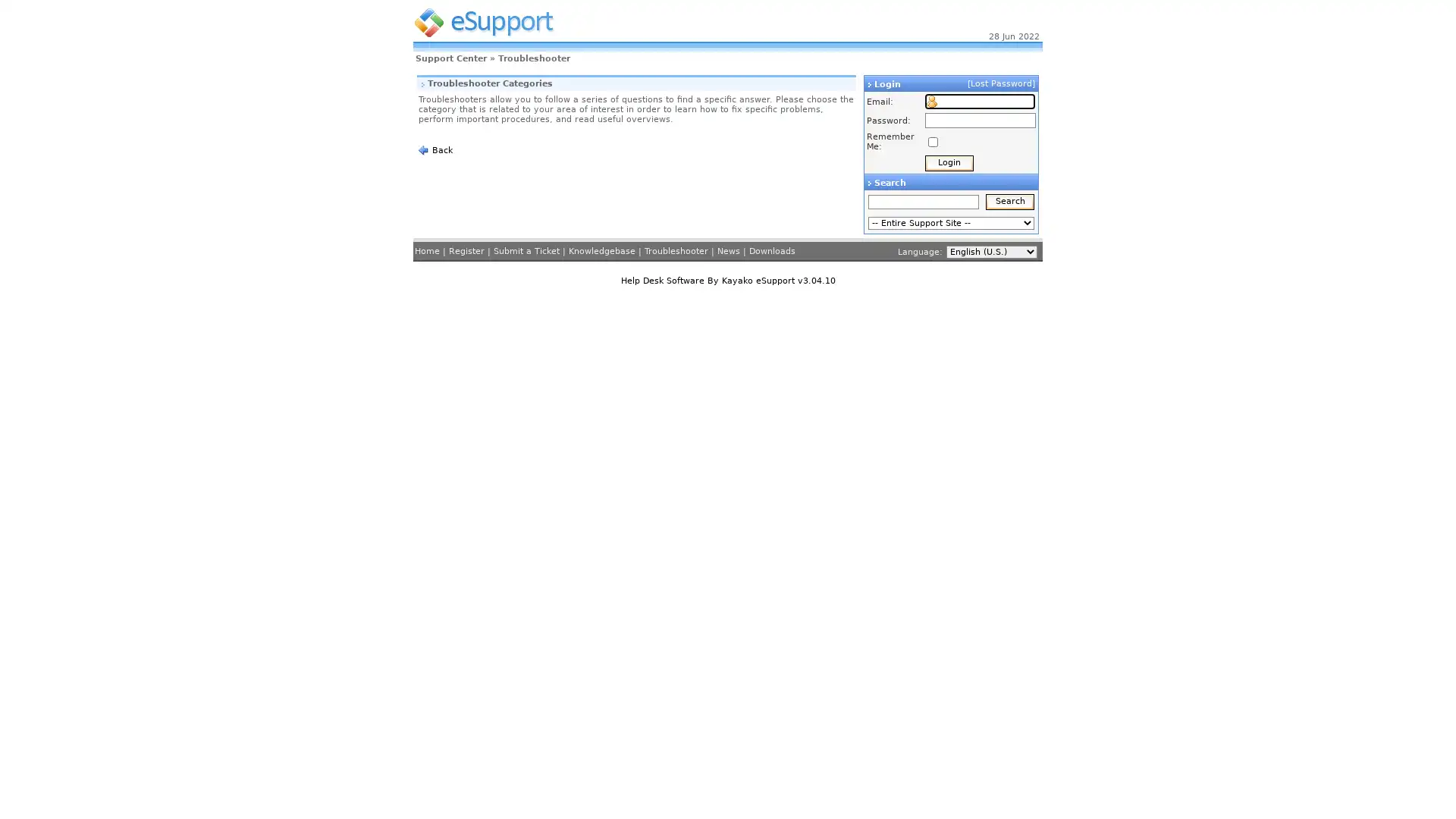 This screenshot has height=819, width=1456. Describe the element at coordinates (949, 163) in the screenshot. I see `Login` at that location.